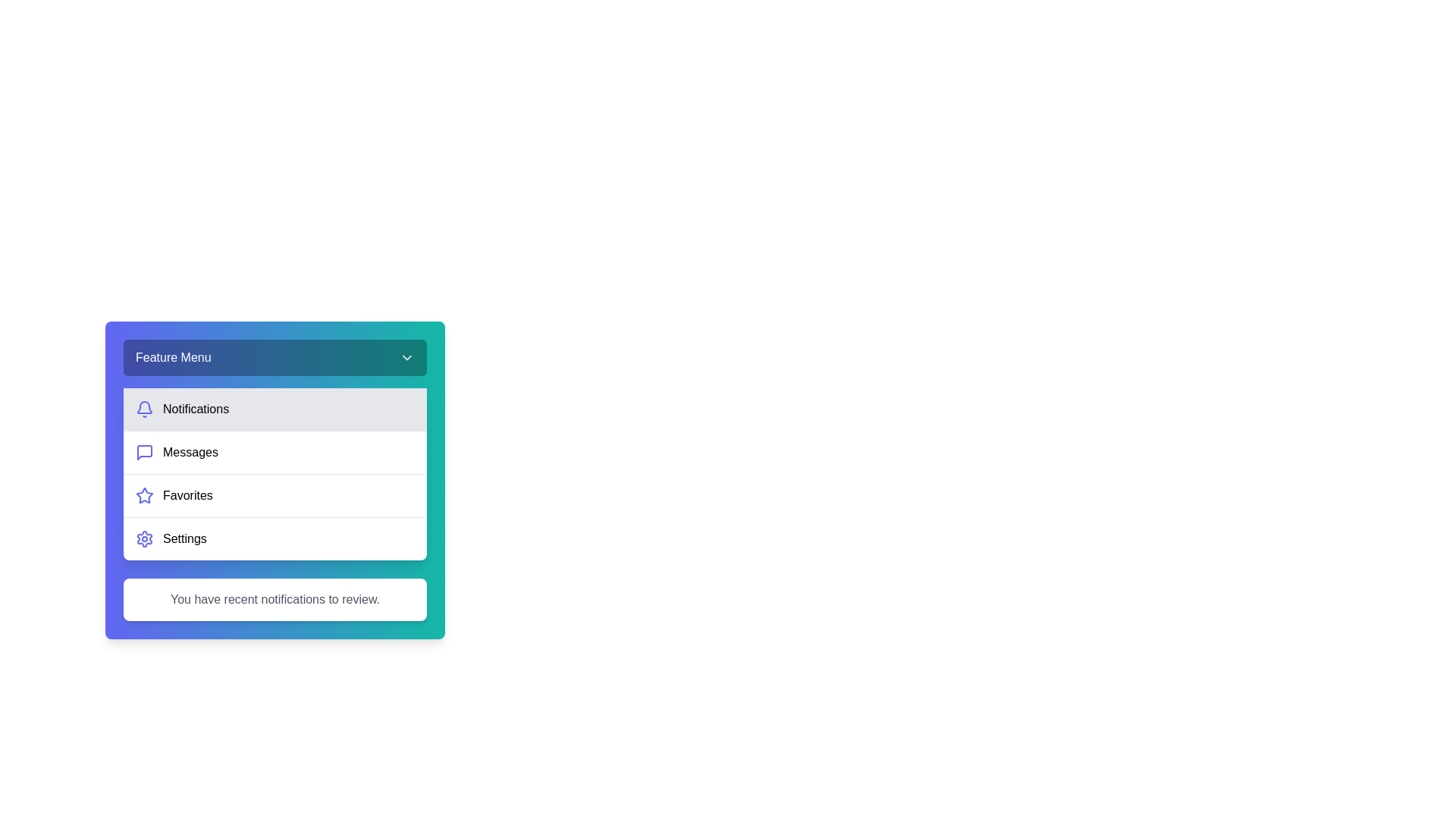 This screenshot has width=1456, height=819. I want to click on the 'Messages' icon in the dropdown menu, so click(145, 452).